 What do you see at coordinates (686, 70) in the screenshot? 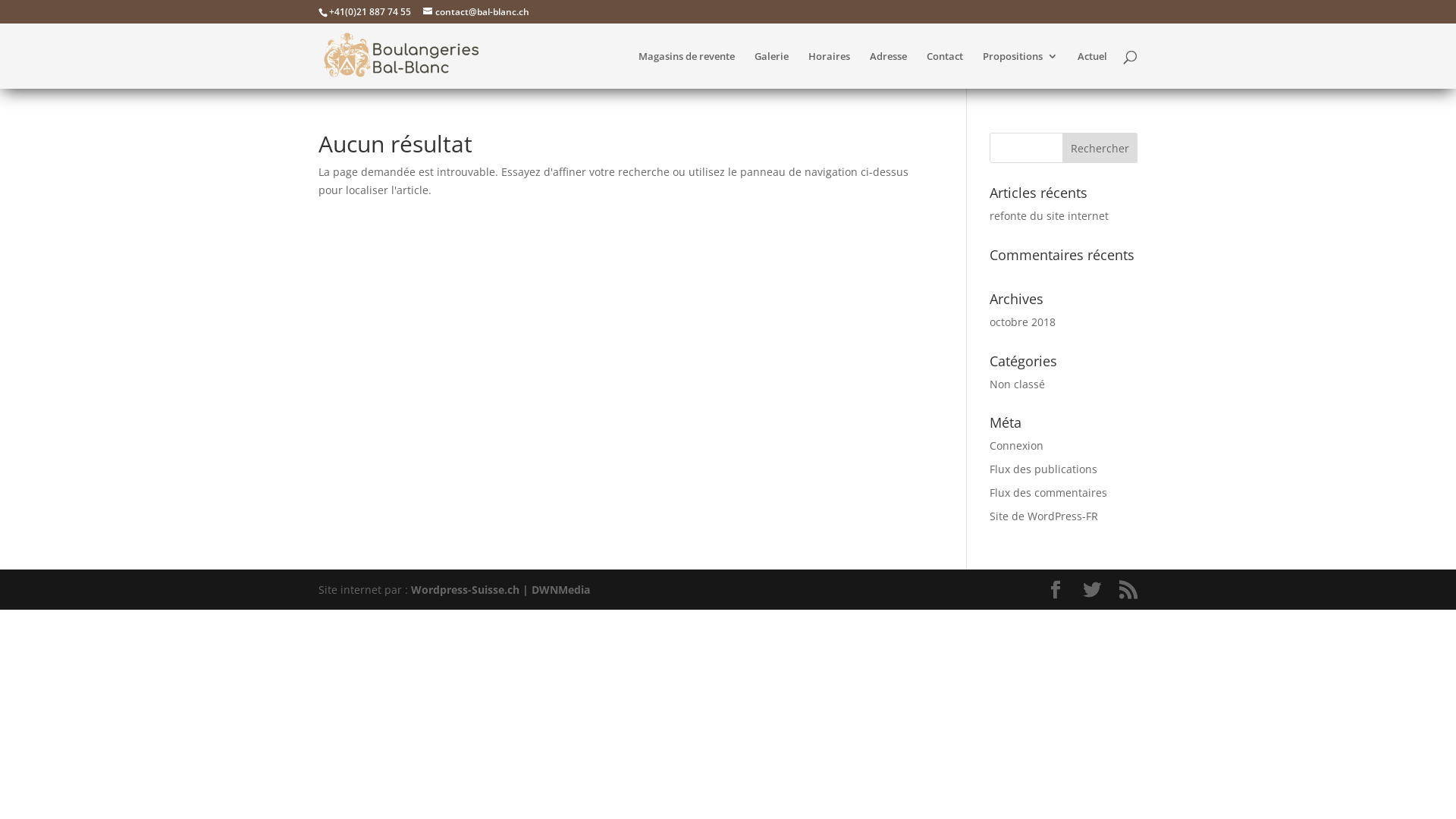
I see `'Magasins de revente'` at bounding box center [686, 70].